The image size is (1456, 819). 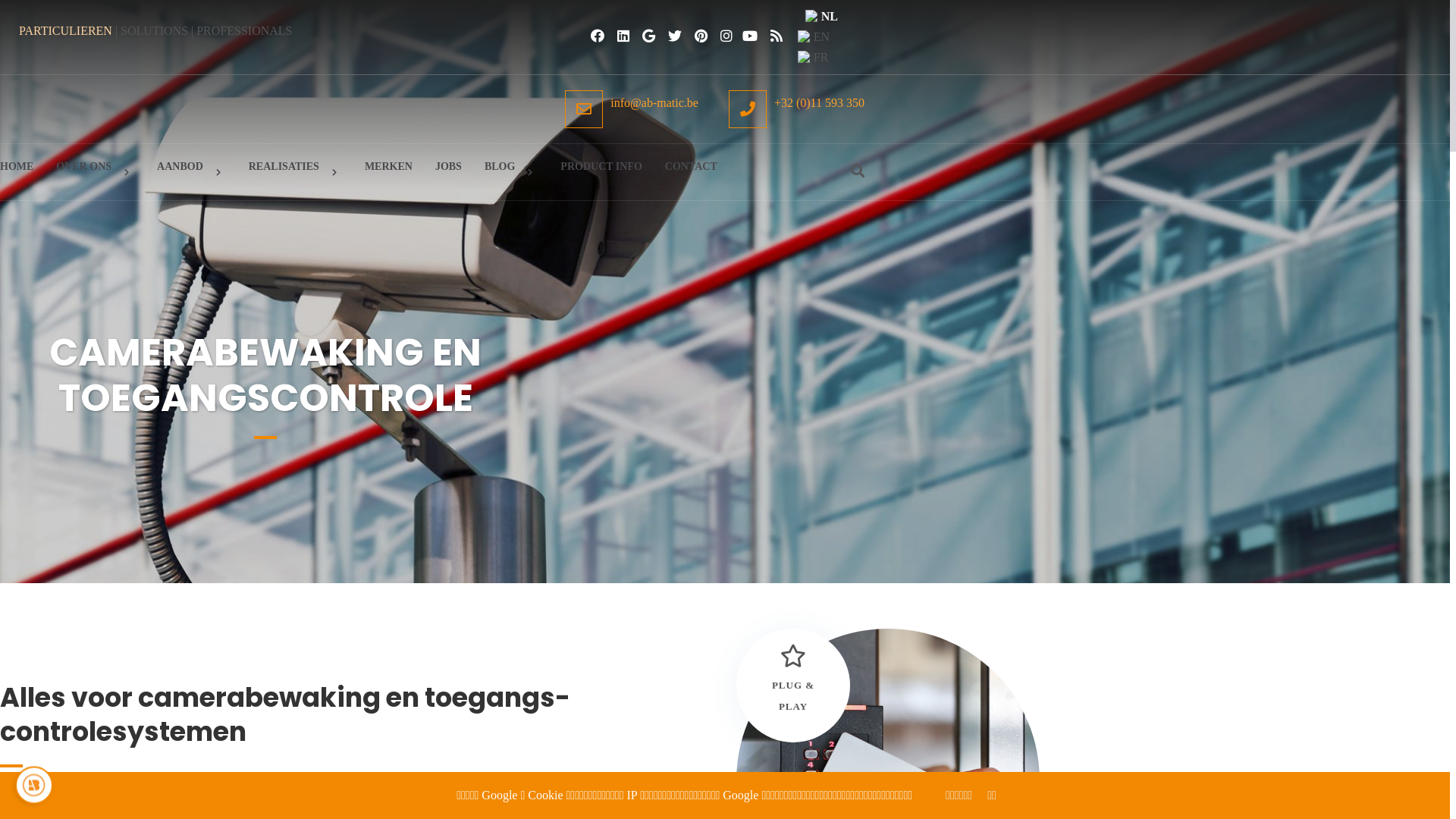 What do you see at coordinates (728, 108) in the screenshot?
I see `'+32 (0)11 593 350'` at bounding box center [728, 108].